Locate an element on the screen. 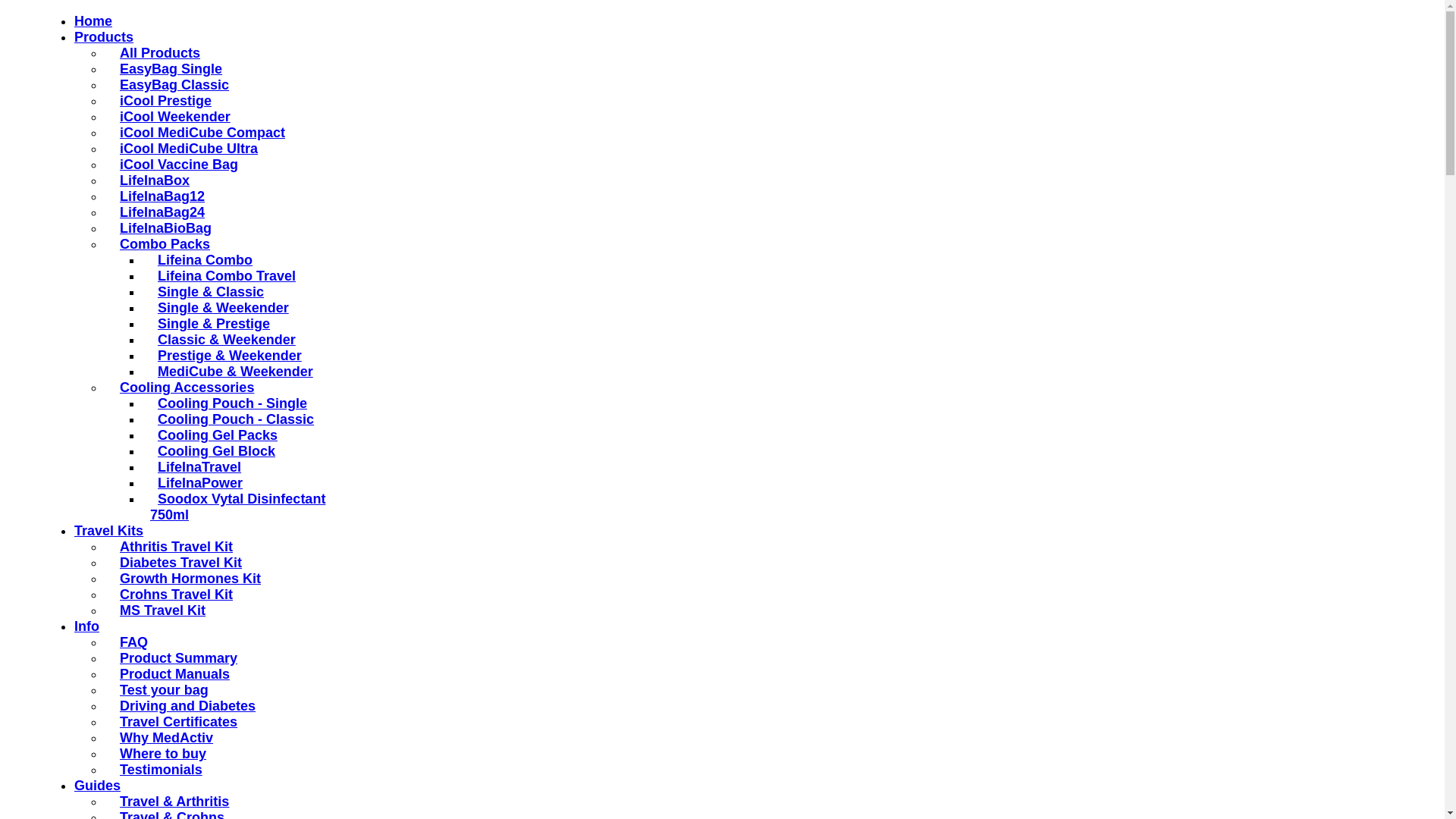 The image size is (1456, 819). 'MS Travel Kit' is located at coordinates (111, 610).